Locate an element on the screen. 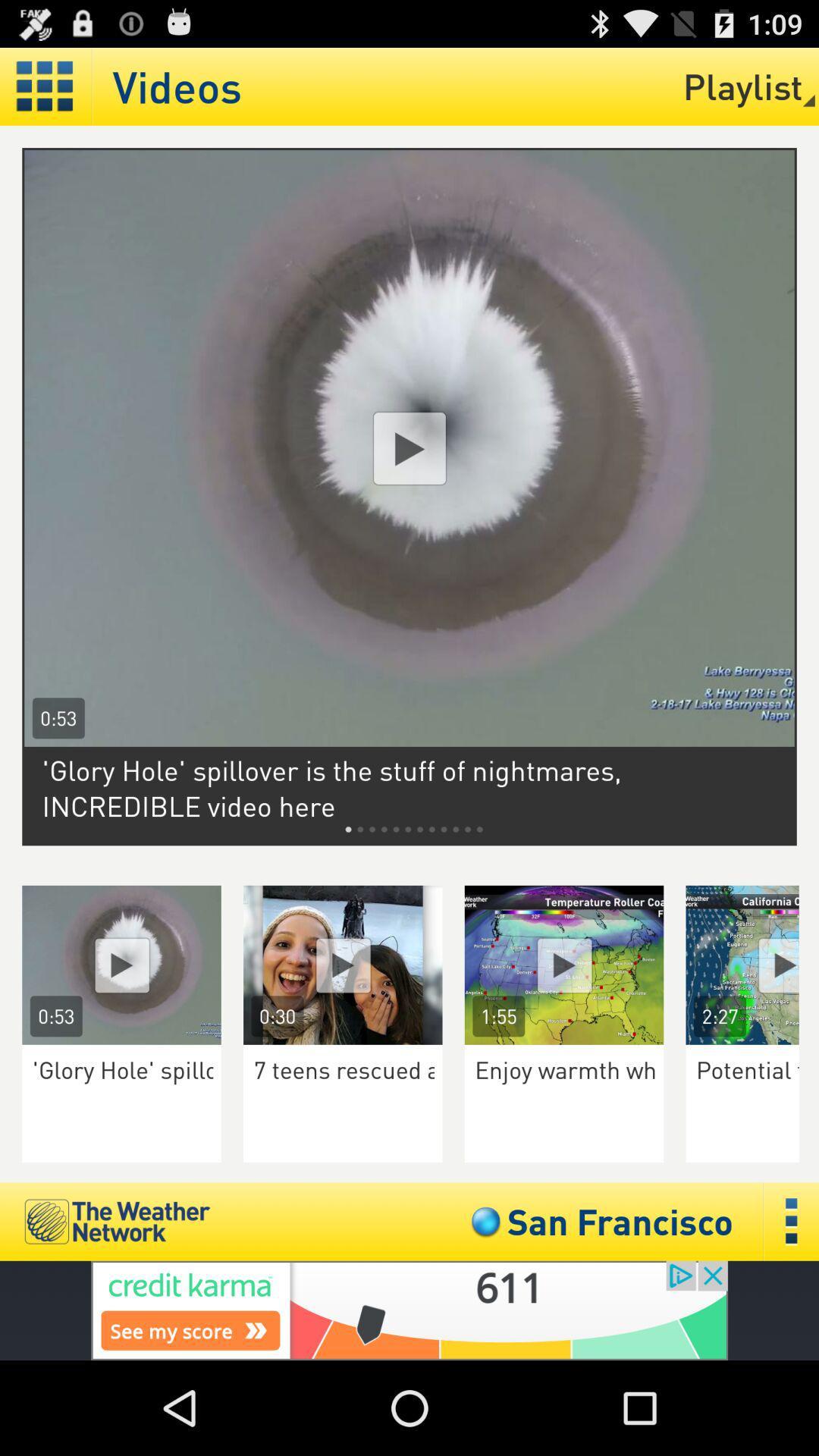  watch the video is located at coordinates (343, 964).